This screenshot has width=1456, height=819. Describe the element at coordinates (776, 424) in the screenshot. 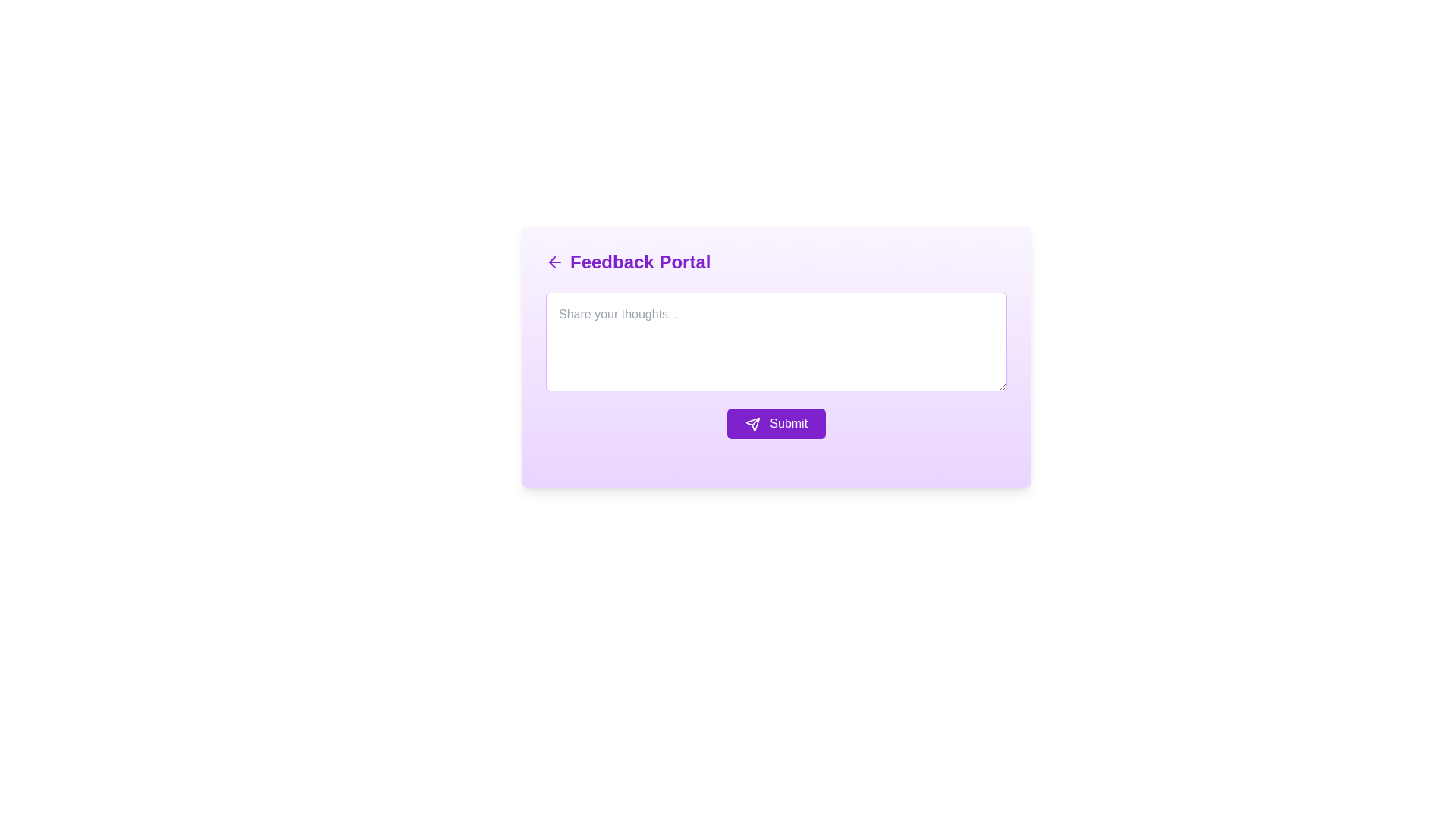

I see `the button located at the bottom of the feedback form card` at that location.